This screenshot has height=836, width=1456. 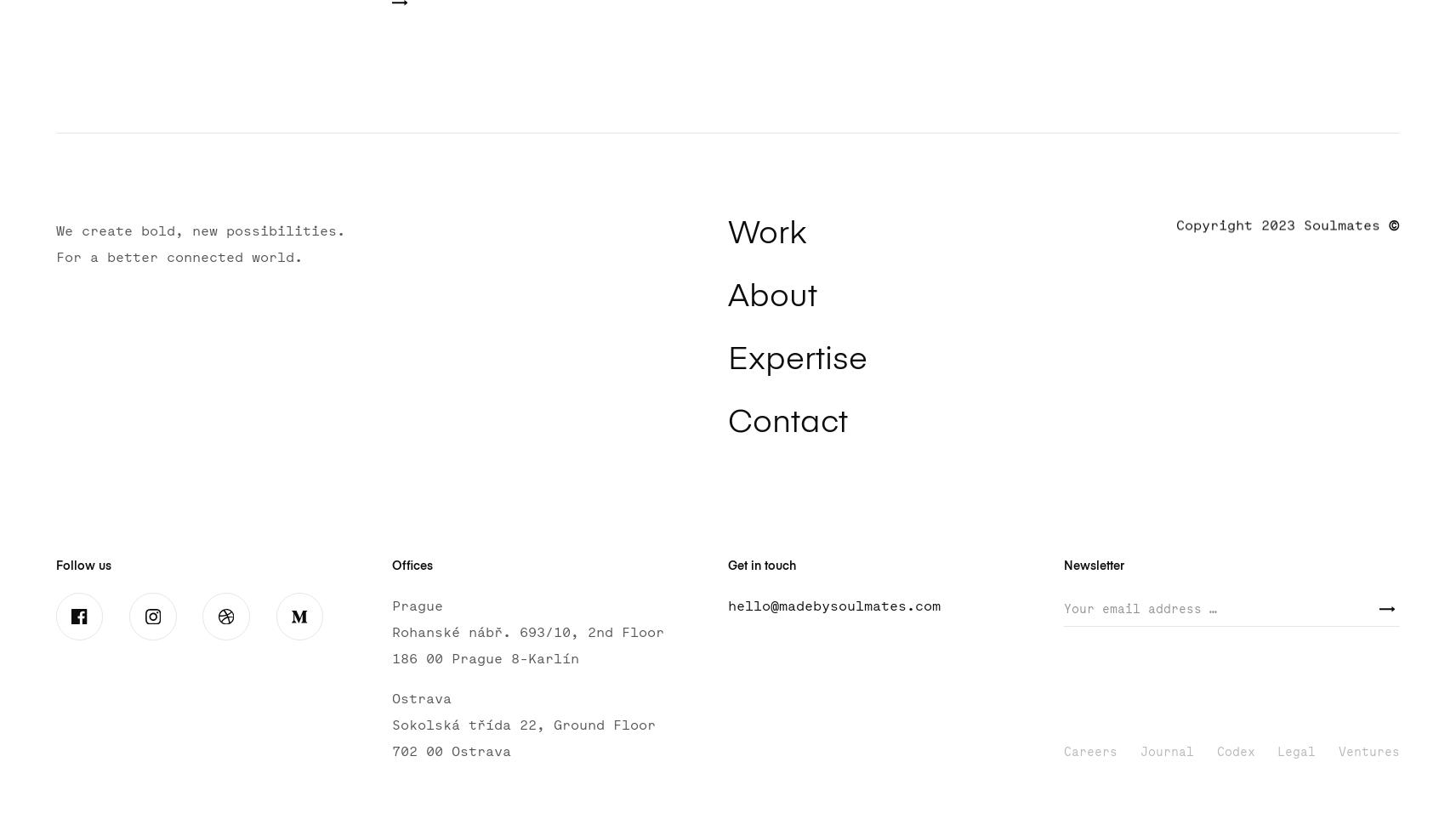 I want to click on '702 00 Ostrava', so click(x=450, y=751).